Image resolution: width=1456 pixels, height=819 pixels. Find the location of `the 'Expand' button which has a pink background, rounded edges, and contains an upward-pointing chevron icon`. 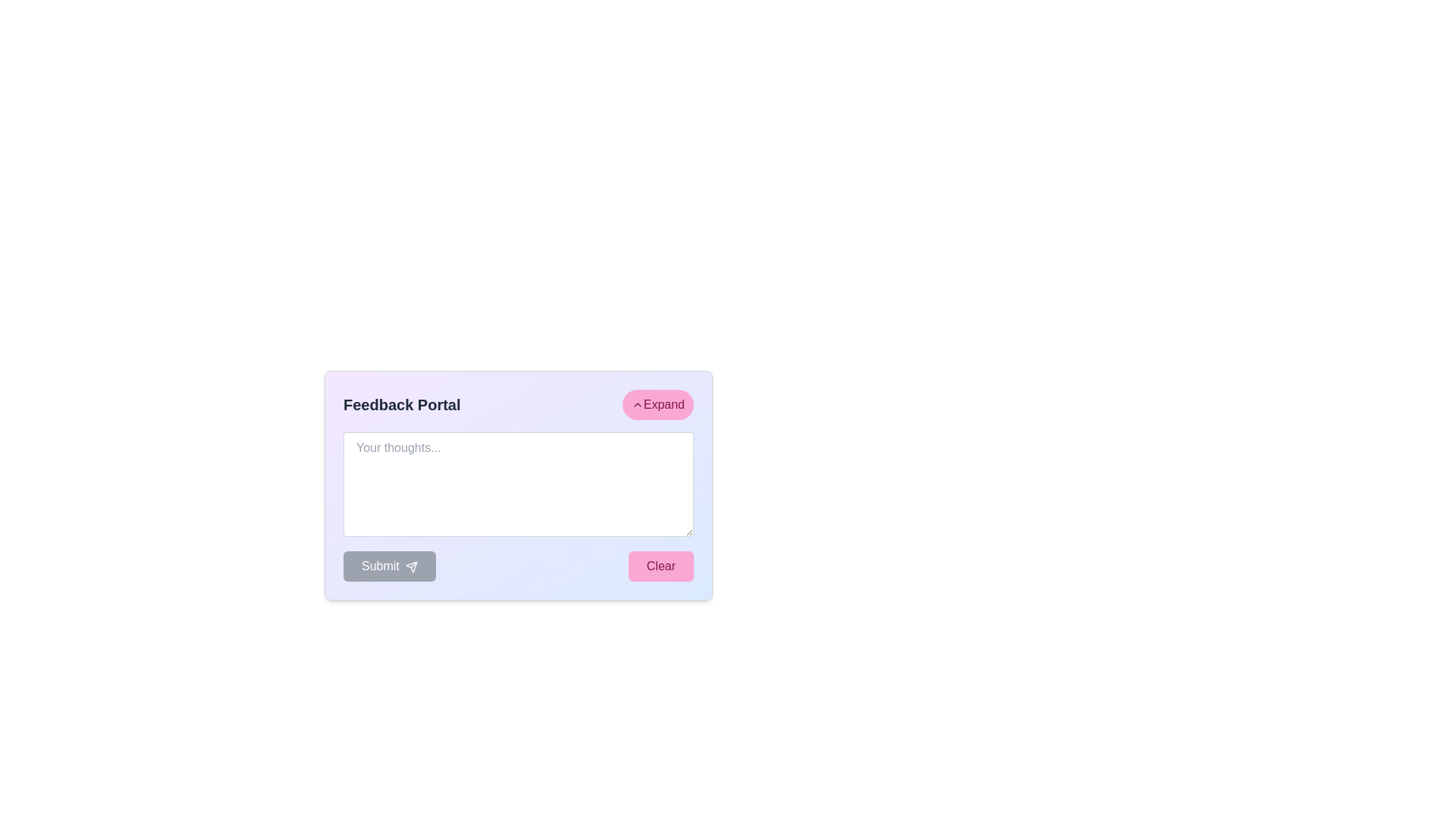

the 'Expand' button which has a pink background, rounded edges, and contains an upward-pointing chevron icon is located at coordinates (657, 403).